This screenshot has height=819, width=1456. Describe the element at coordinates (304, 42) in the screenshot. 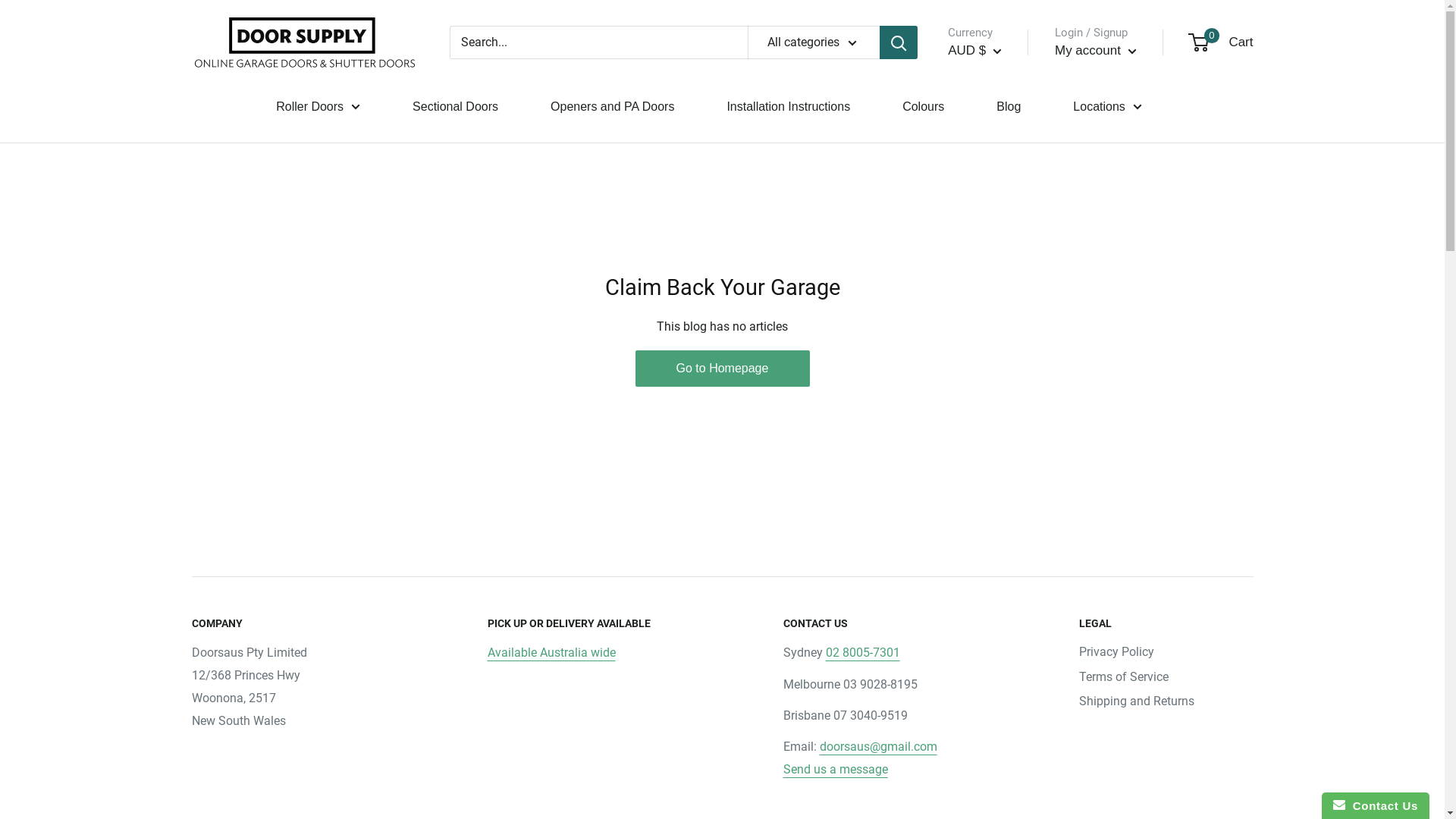

I see `'Door Supply'` at that location.